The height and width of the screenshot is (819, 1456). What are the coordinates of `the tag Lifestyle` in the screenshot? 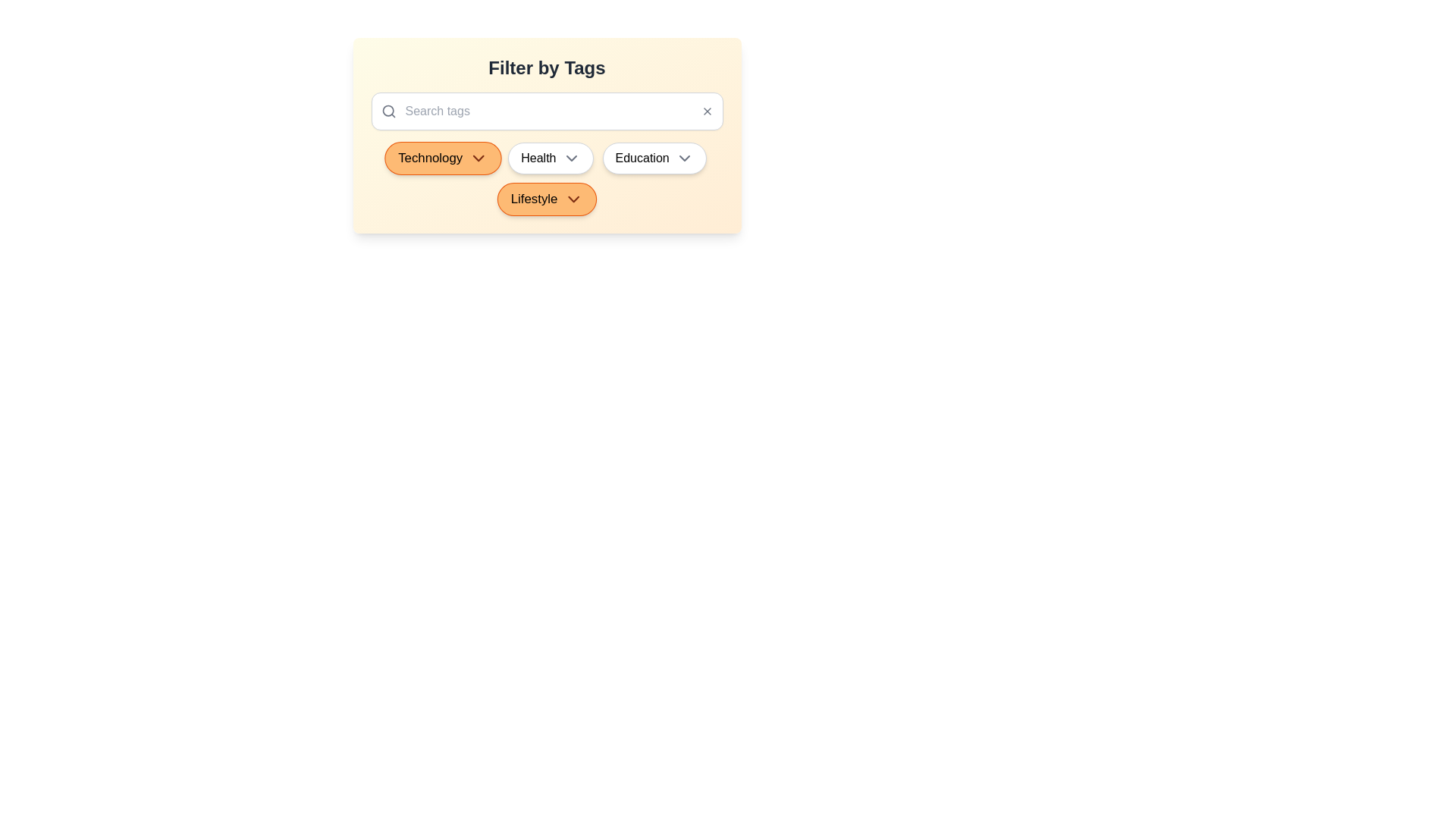 It's located at (546, 198).